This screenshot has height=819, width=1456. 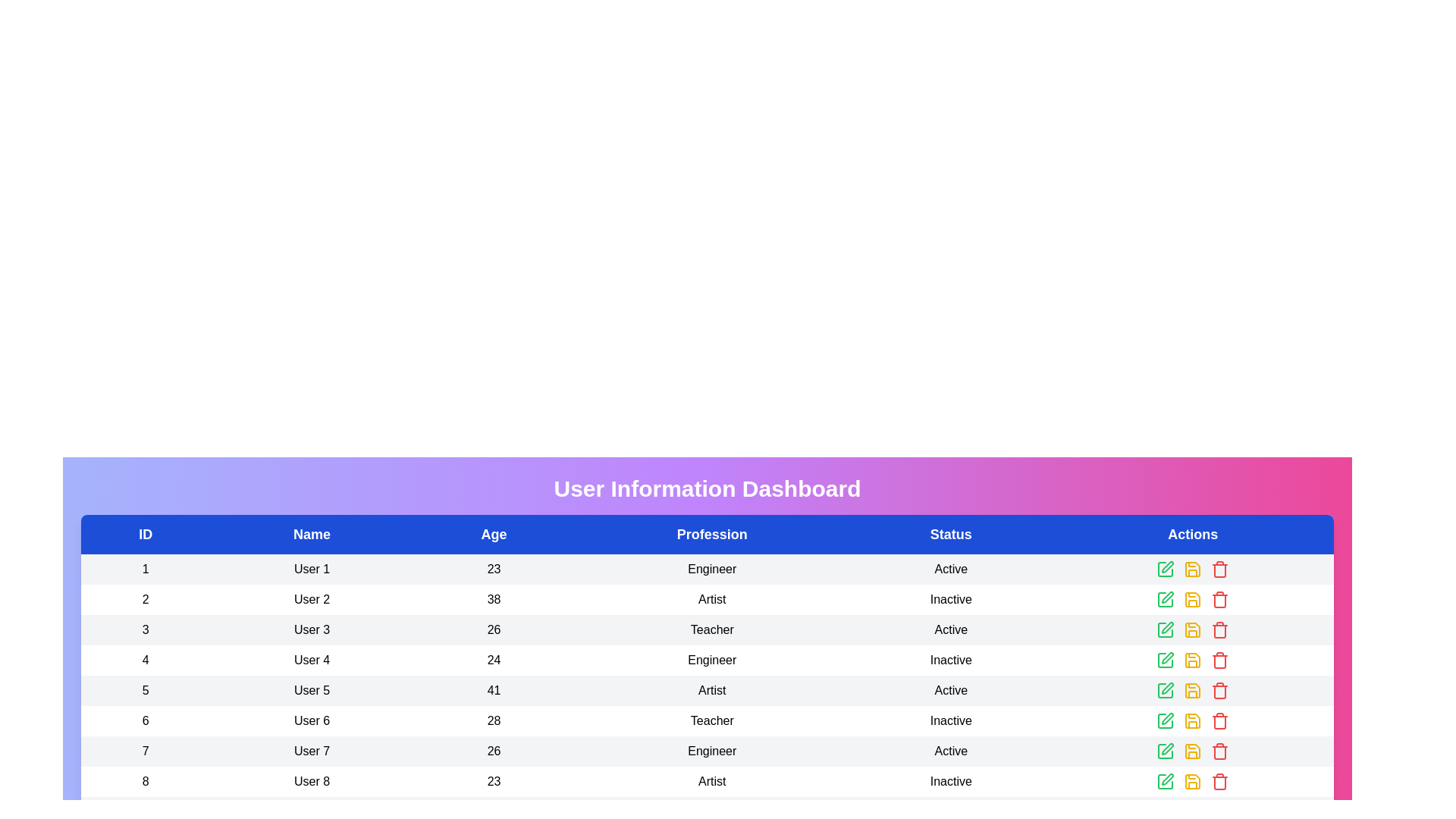 What do you see at coordinates (494, 534) in the screenshot?
I see `the column header labeled 'Age' to sort the table by that column` at bounding box center [494, 534].